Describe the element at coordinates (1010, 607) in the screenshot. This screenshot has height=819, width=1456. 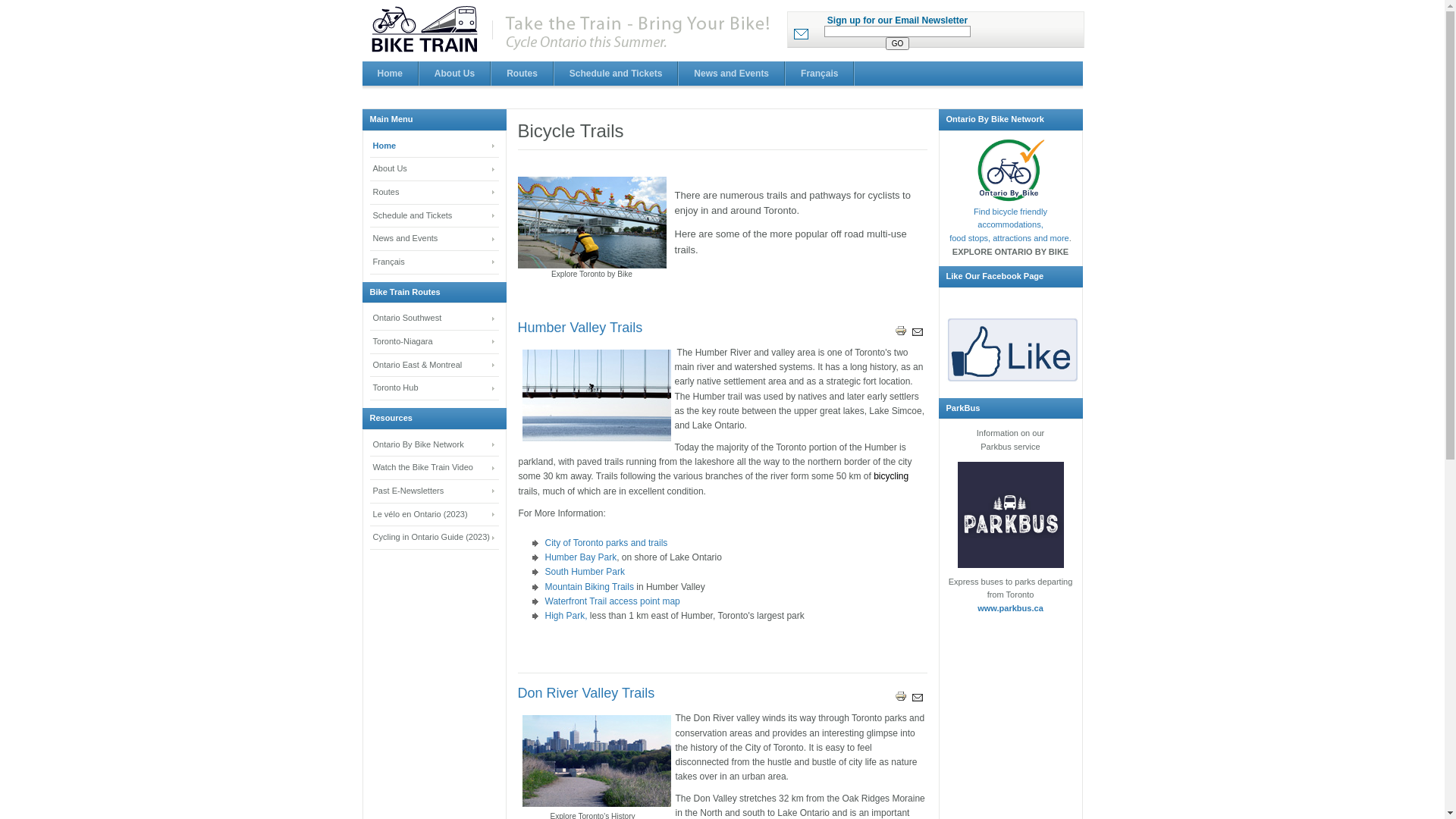
I see `'www.parkbus.ca'` at that location.